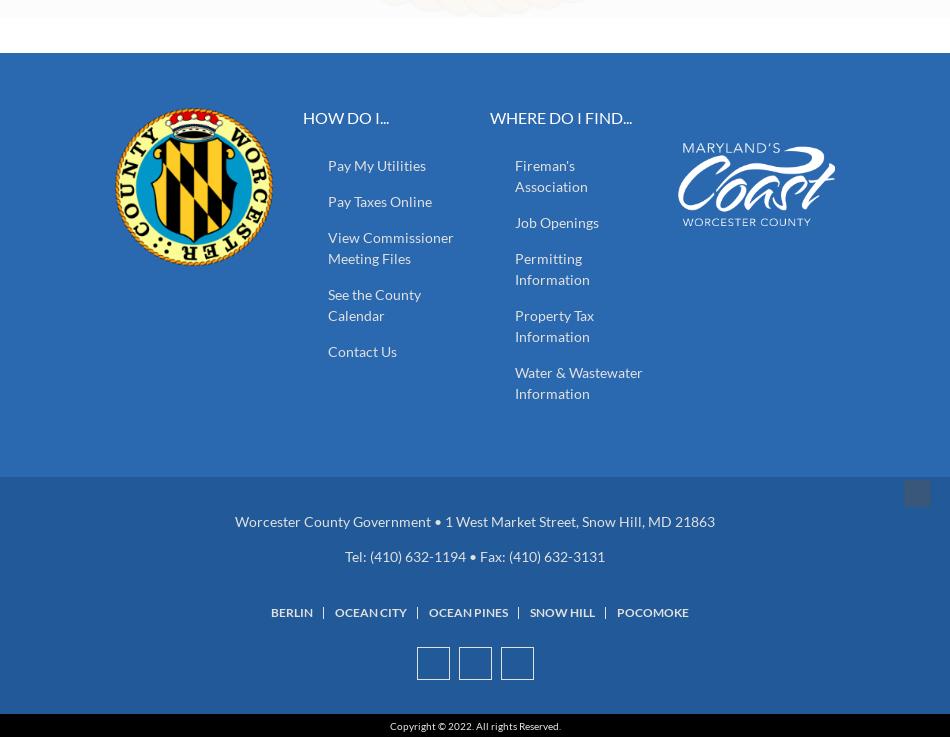 The width and height of the screenshot is (950, 737). I want to click on 'Ocean City', so click(369, 611).